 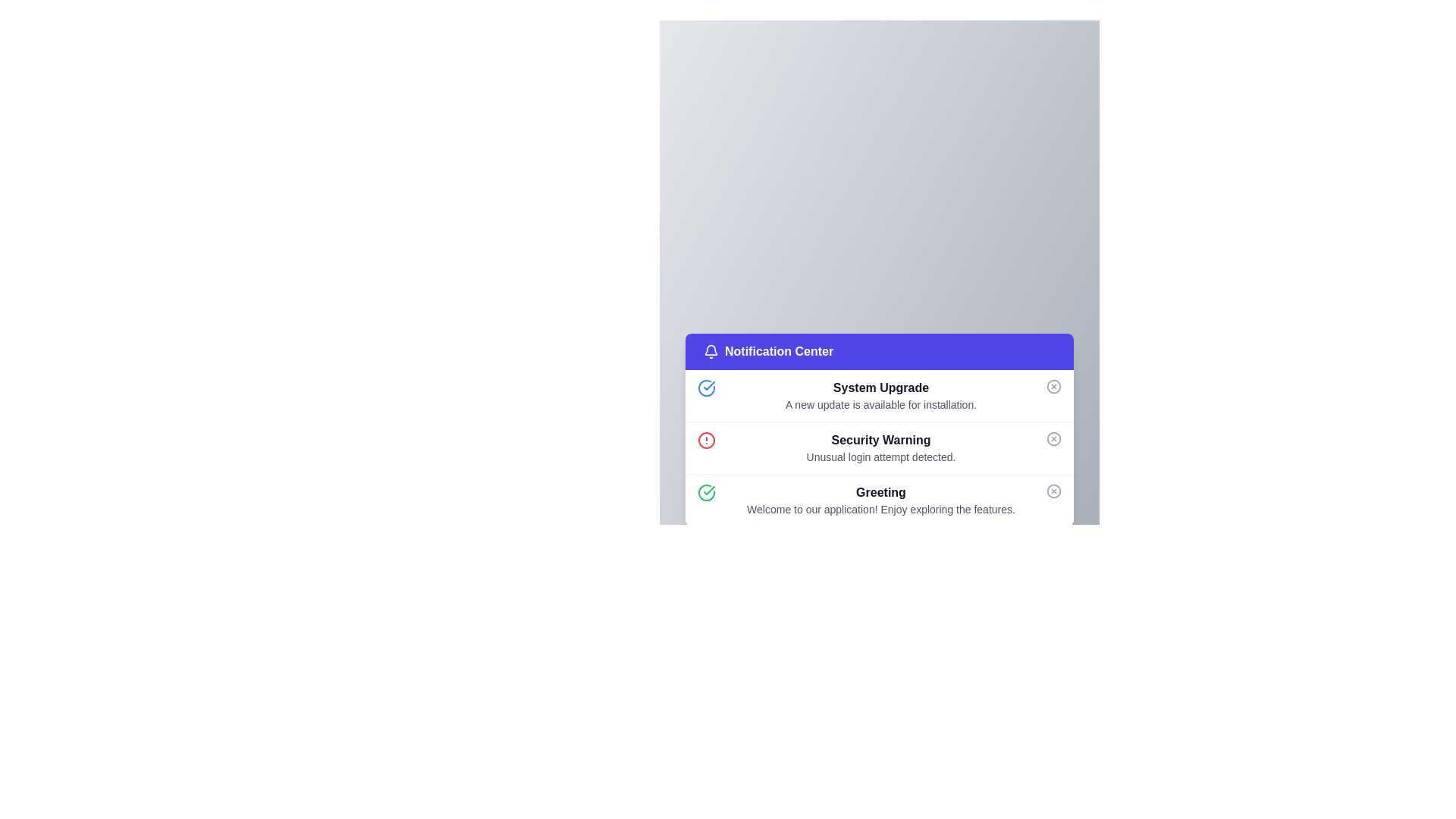 What do you see at coordinates (880, 447) in the screenshot?
I see `the second notification item in the 'Notification Center' that alerts about an unusual login attempt` at bounding box center [880, 447].